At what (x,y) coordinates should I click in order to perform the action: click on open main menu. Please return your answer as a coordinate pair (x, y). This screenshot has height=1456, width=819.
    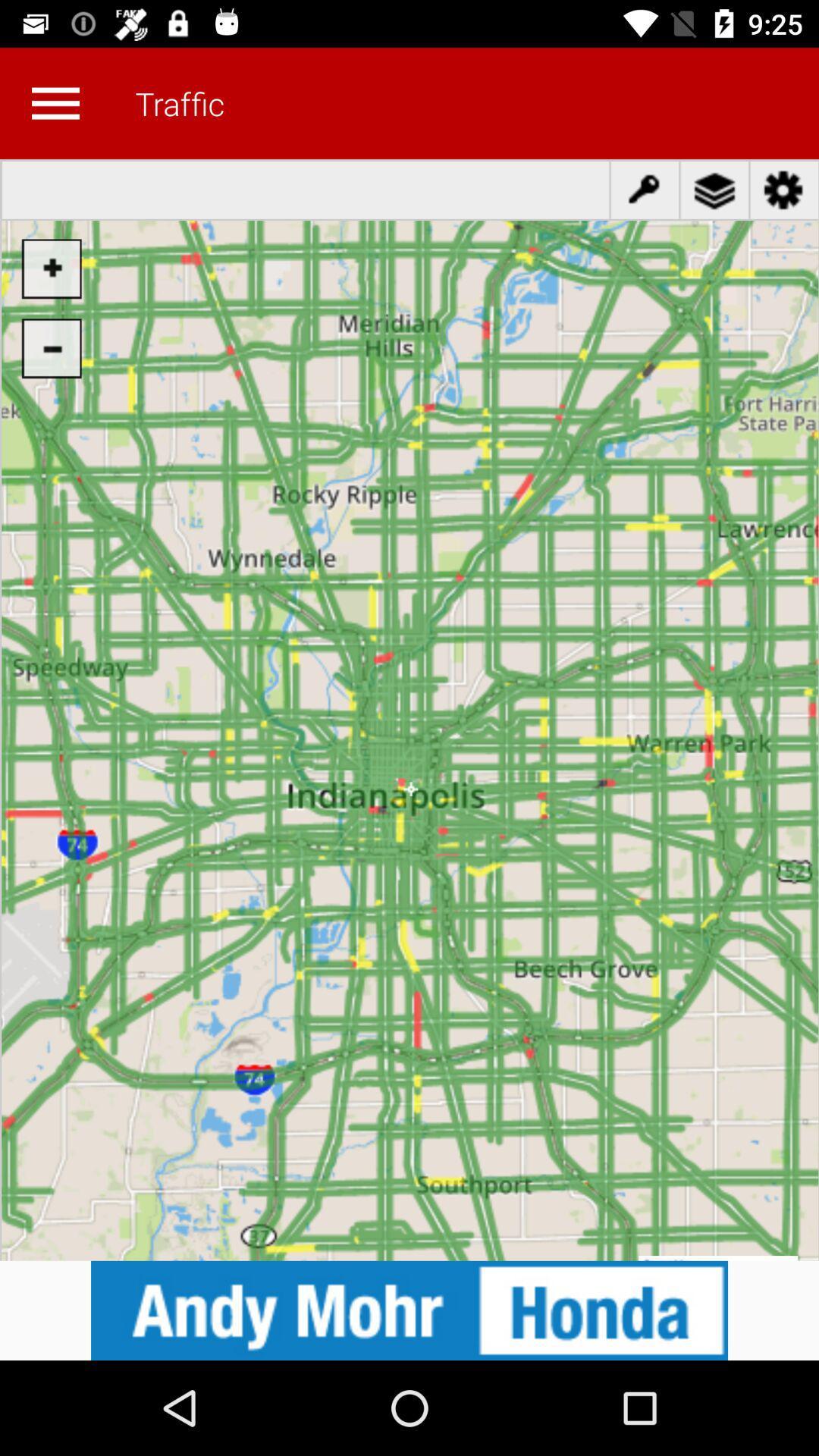
    Looking at the image, I should click on (55, 102).